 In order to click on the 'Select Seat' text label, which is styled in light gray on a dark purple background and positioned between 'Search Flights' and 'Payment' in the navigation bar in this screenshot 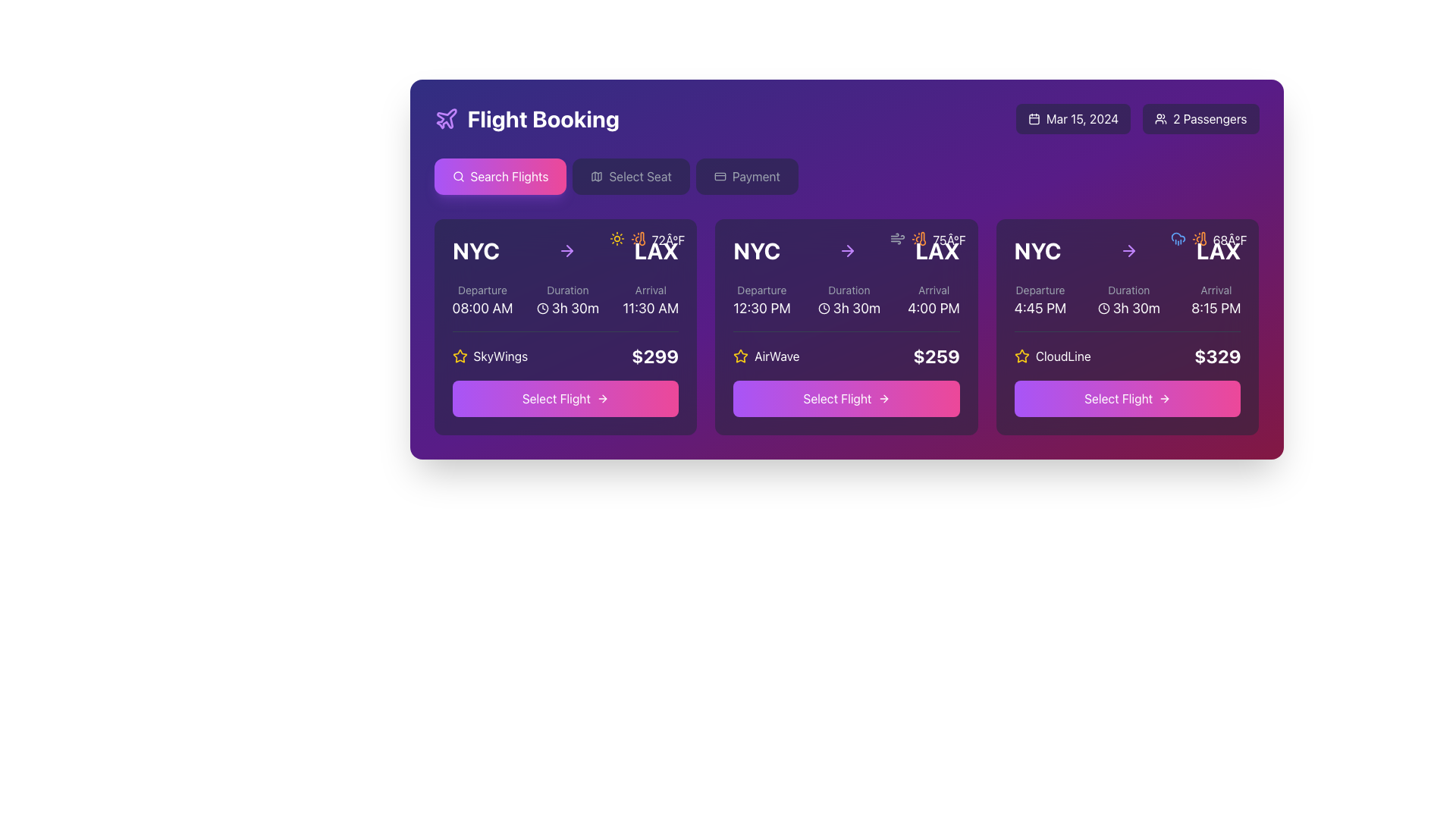, I will do `click(640, 175)`.